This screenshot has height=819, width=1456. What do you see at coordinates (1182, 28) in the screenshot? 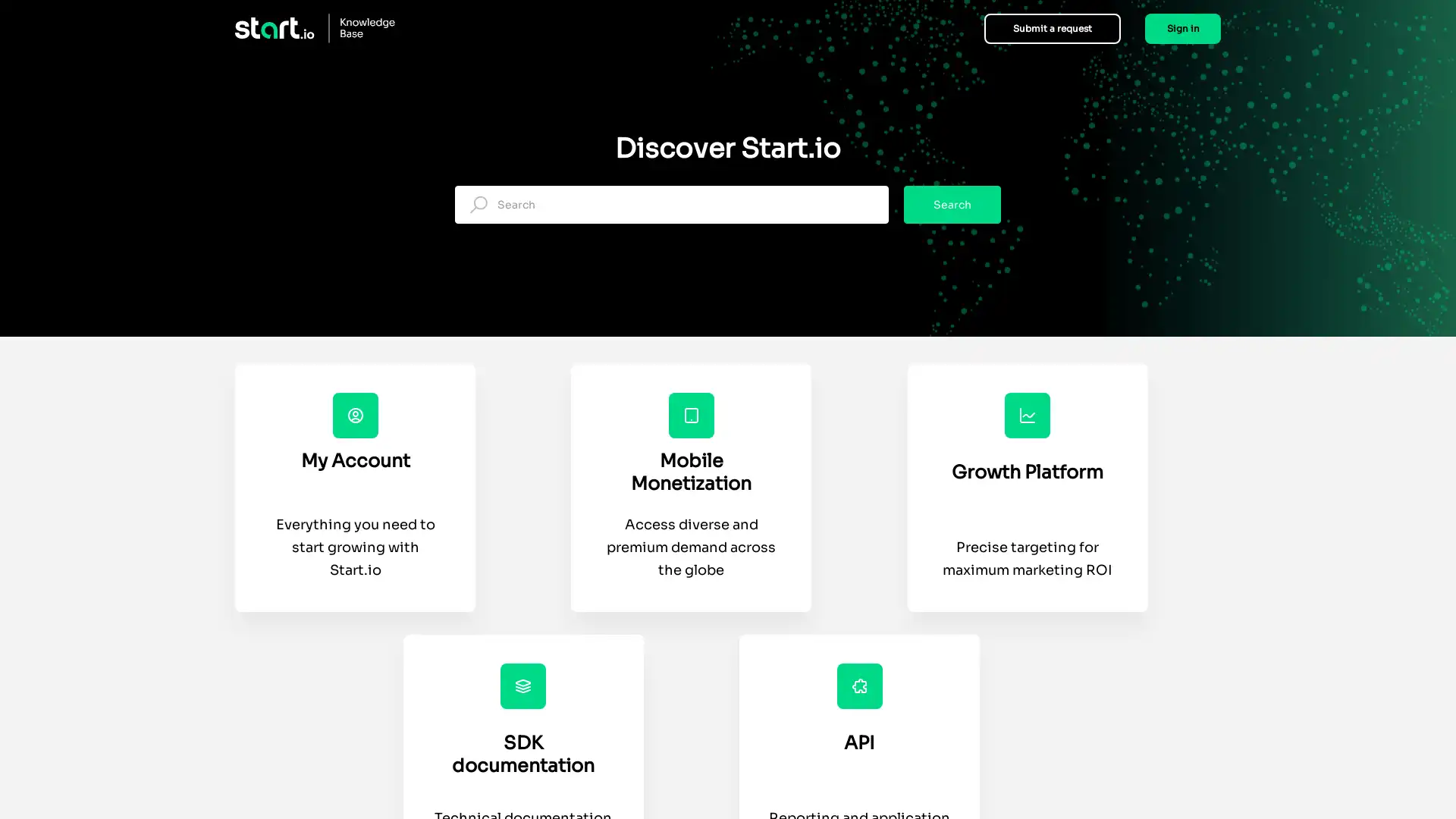
I see `Sign in` at bounding box center [1182, 28].